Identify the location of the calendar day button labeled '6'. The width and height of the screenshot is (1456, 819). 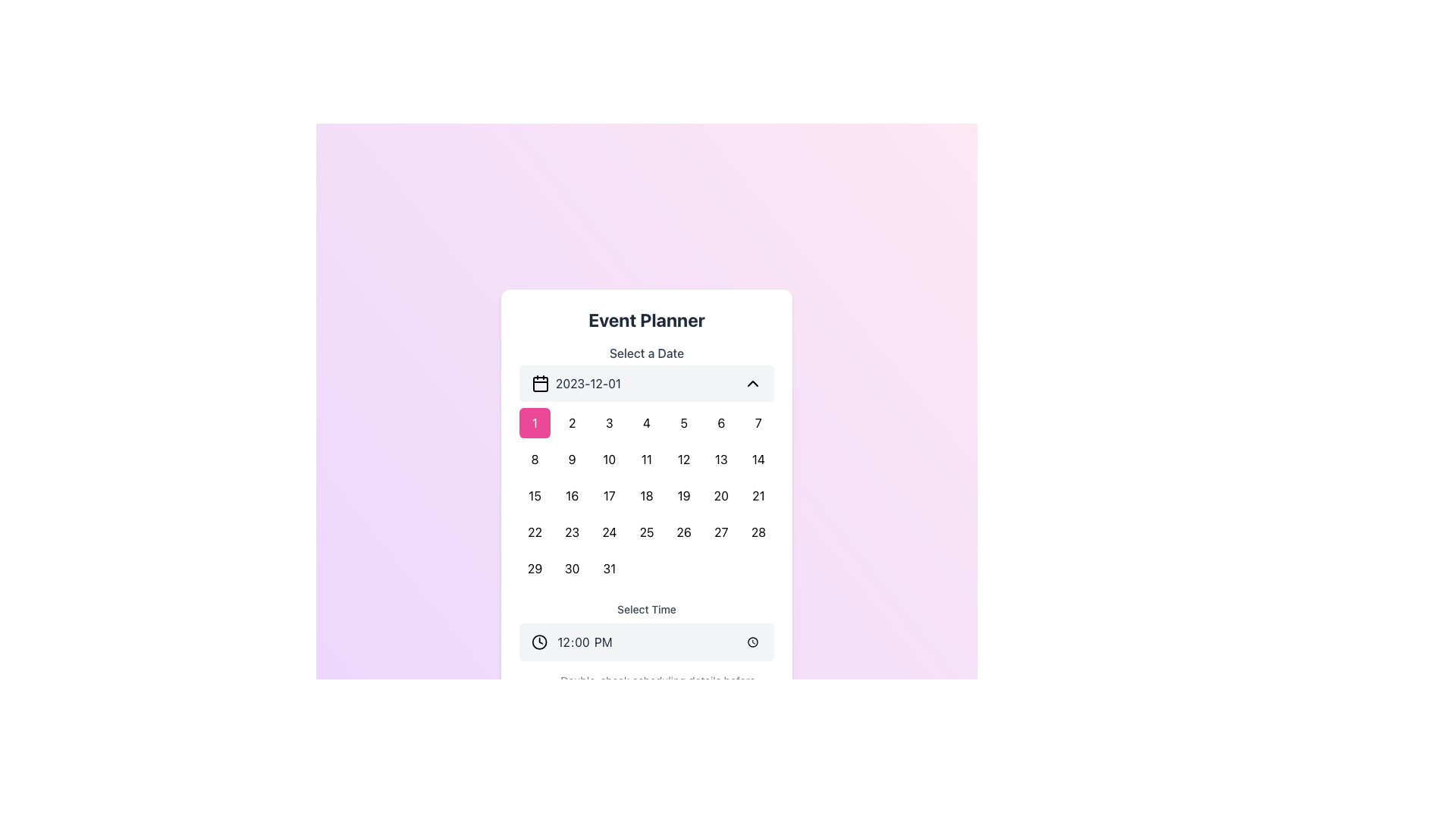
(720, 423).